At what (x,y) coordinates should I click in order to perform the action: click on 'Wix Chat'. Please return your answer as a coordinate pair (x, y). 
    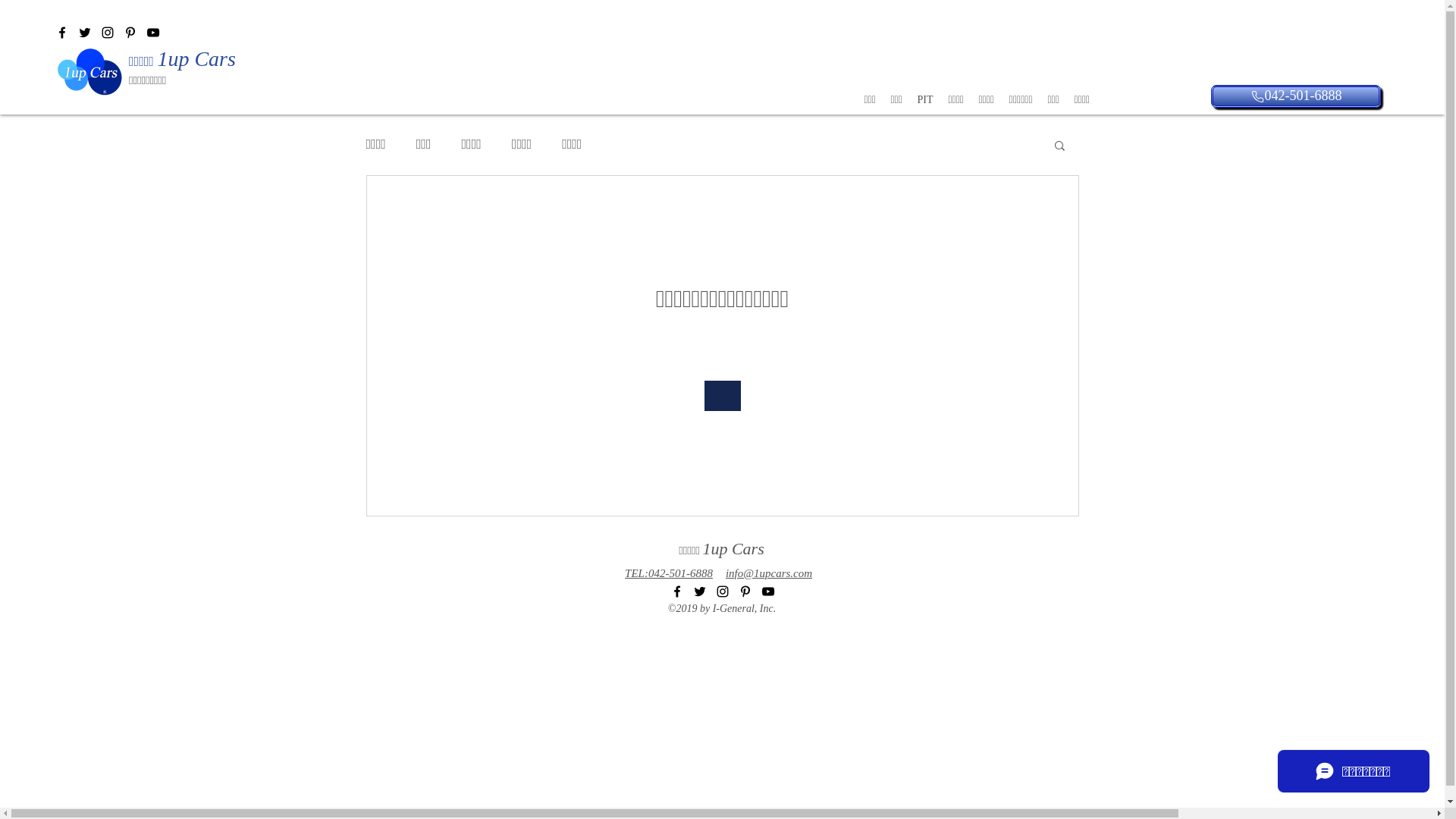
    Looking at the image, I should click on (1270, 775).